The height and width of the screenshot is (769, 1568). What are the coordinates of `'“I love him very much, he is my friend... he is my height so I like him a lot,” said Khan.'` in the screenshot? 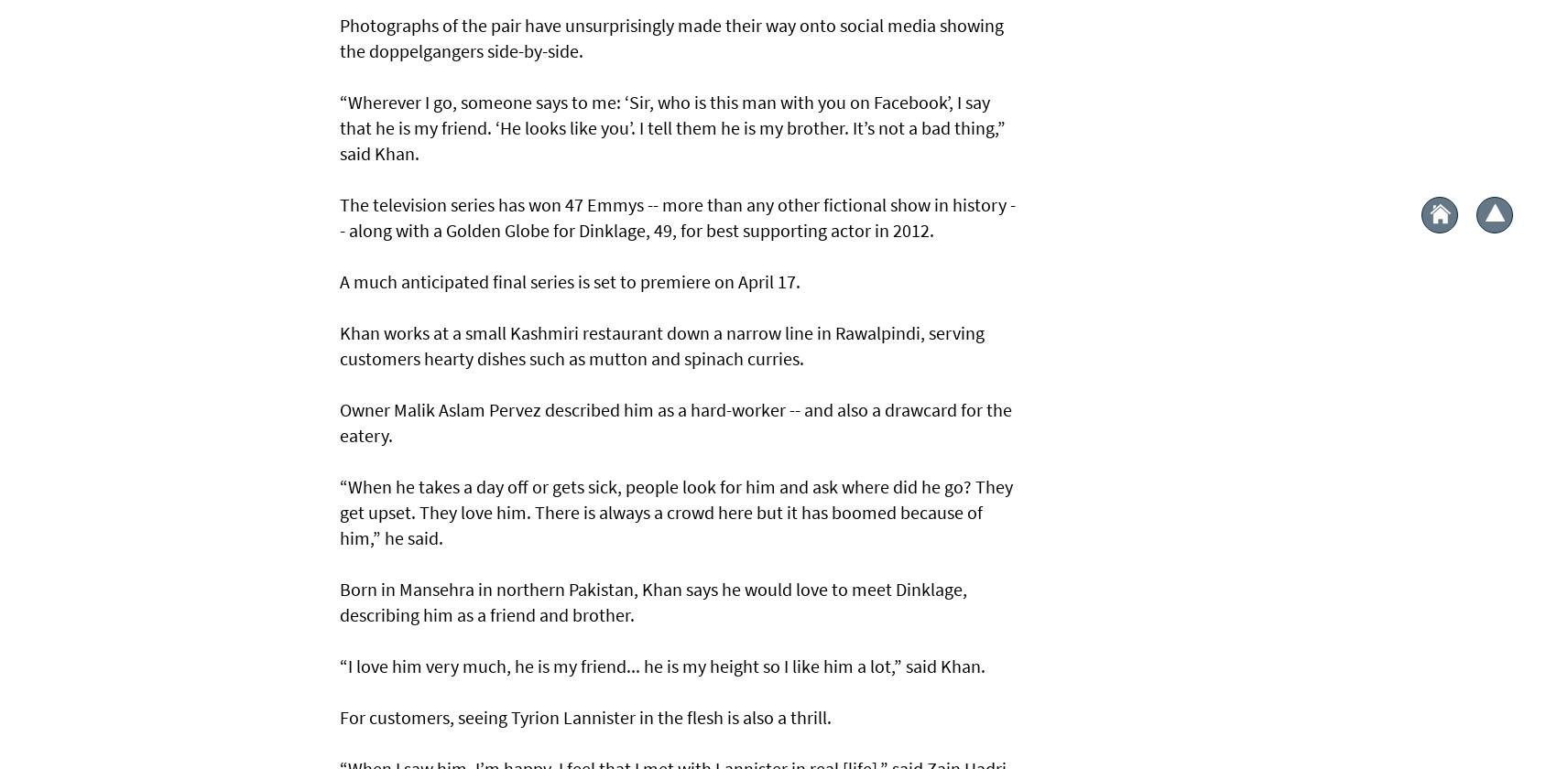 It's located at (662, 665).